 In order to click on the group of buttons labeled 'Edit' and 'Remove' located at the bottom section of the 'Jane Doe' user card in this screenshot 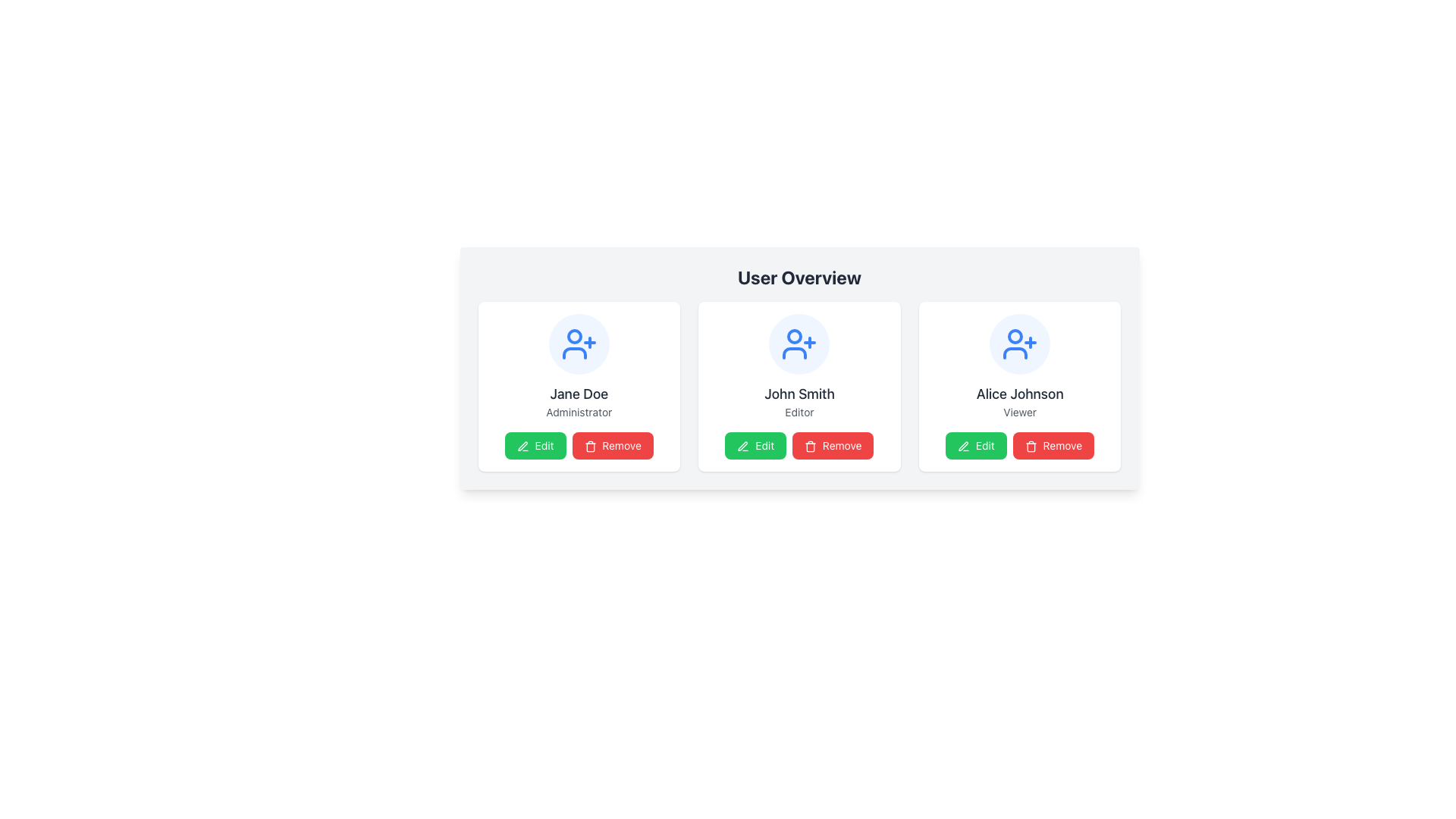, I will do `click(578, 444)`.